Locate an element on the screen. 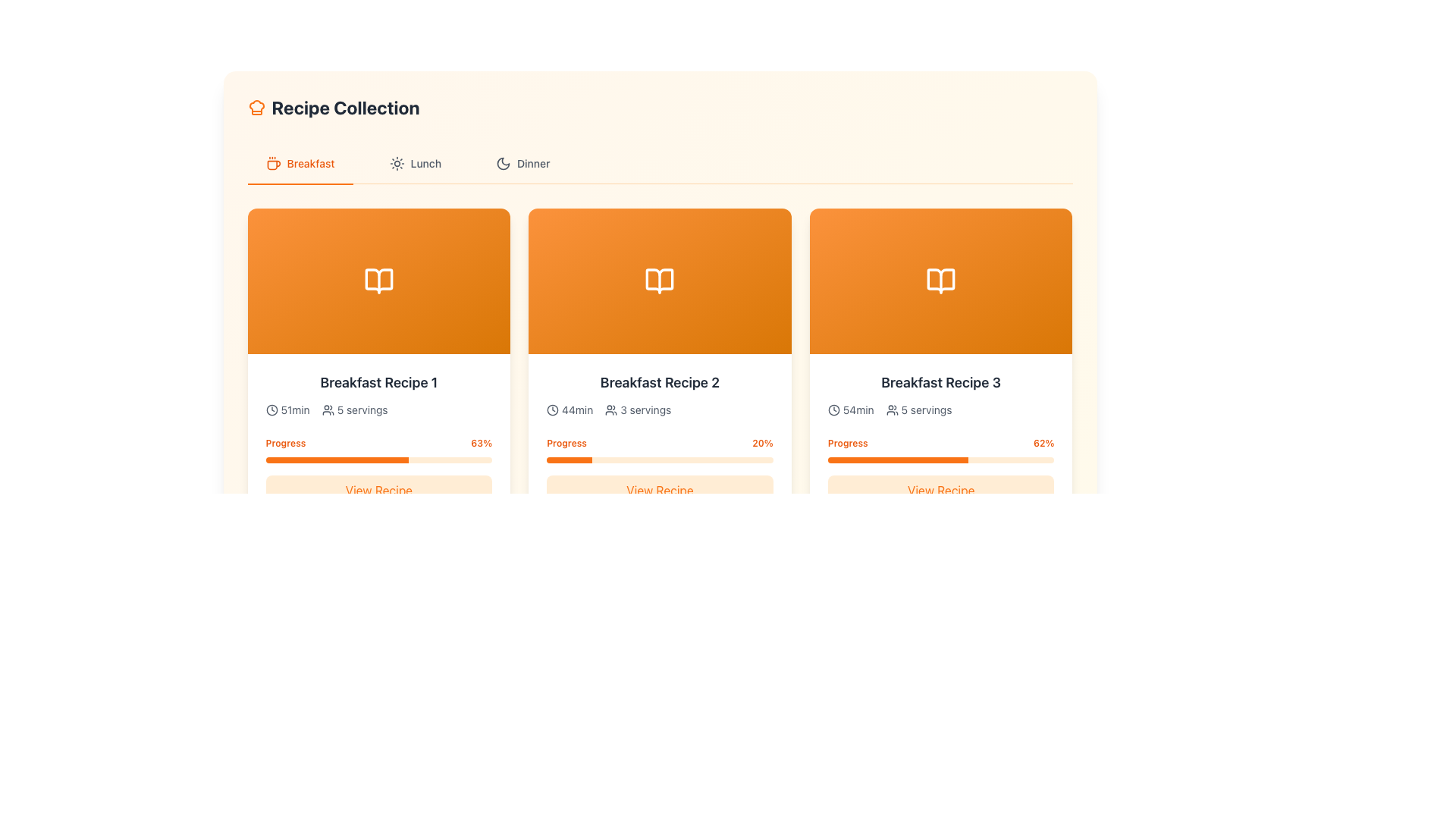 This screenshot has height=819, width=1456. the progress bar representing 62% completion for the 'Breakfast Recipe 3', which is styled in orange and located between the preparation time and the 'View Recipe' button is located at coordinates (940, 446).